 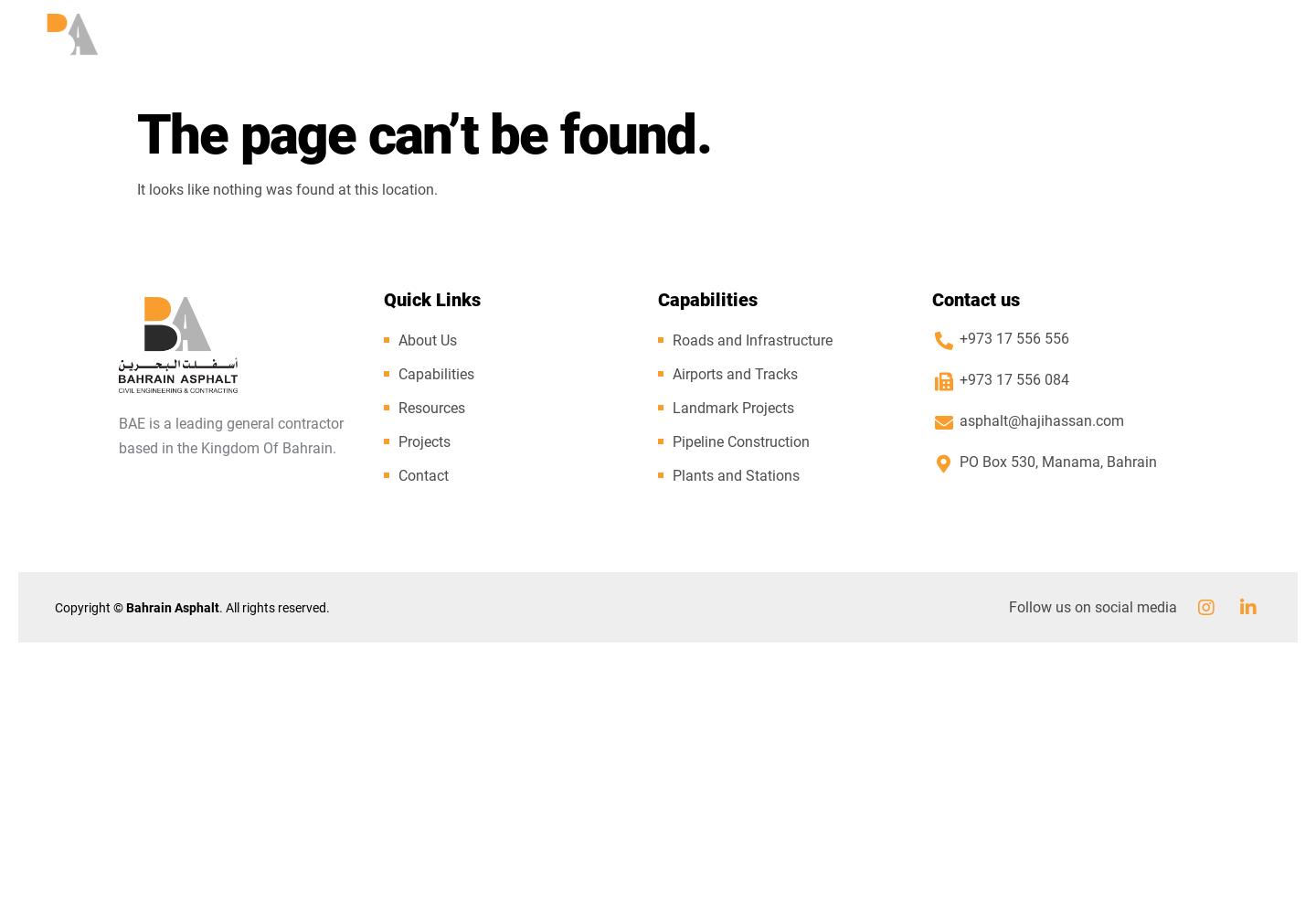 What do you see at coordinates (230, 435) in the screenshot?
I see `'BAE is a leading general contractor based in the Kingdom Of Bahrain.'` at bounding box center [230, 435].